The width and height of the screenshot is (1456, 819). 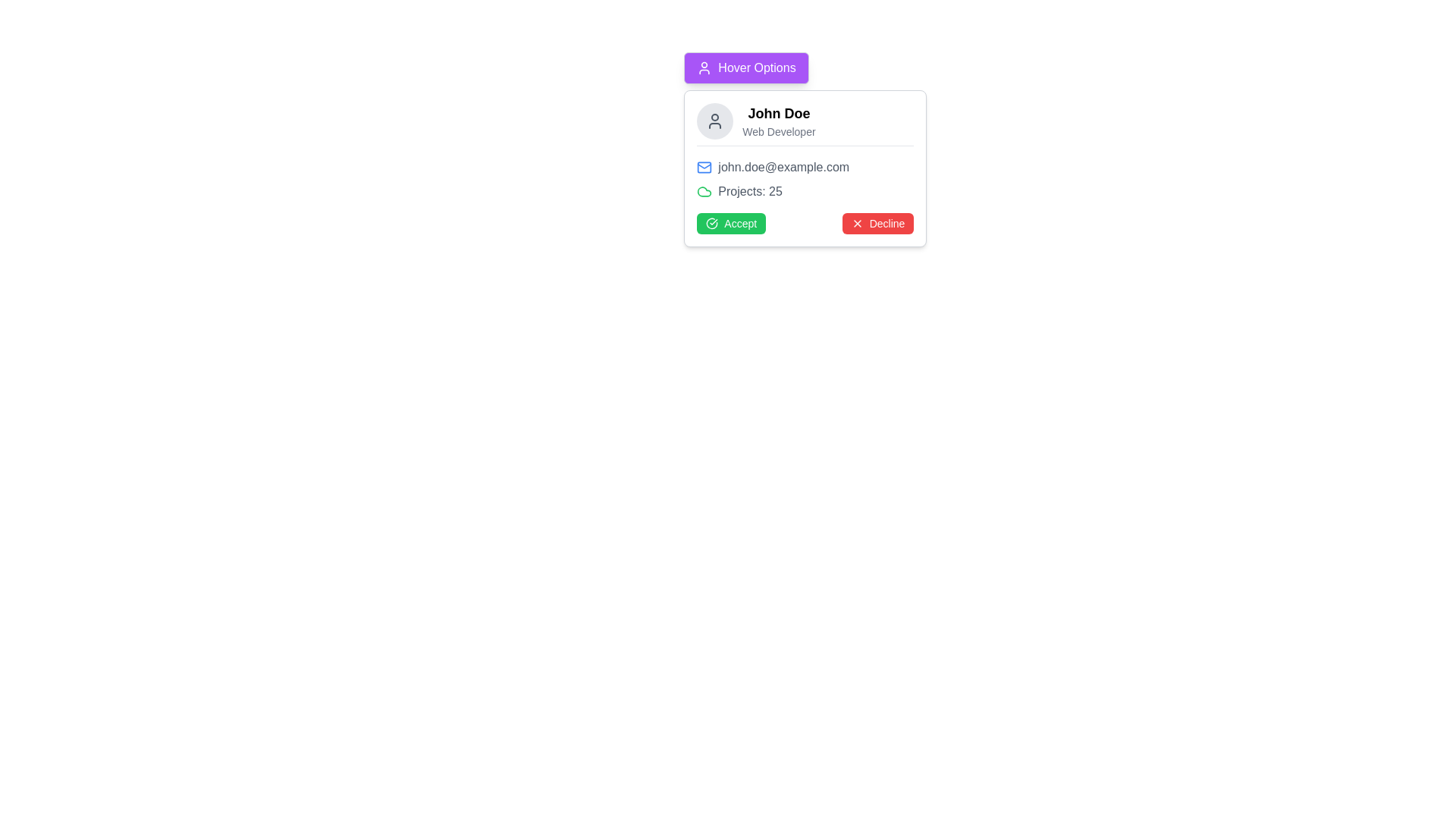 What do you see at coordinates (704, 167) in the screenshot?
I see `the blue outlined envelope icon representing an email, located to the left of the email address 'john.doe@example.com' within the card labeled 'John Doe'` at bounding box center [704, 167].